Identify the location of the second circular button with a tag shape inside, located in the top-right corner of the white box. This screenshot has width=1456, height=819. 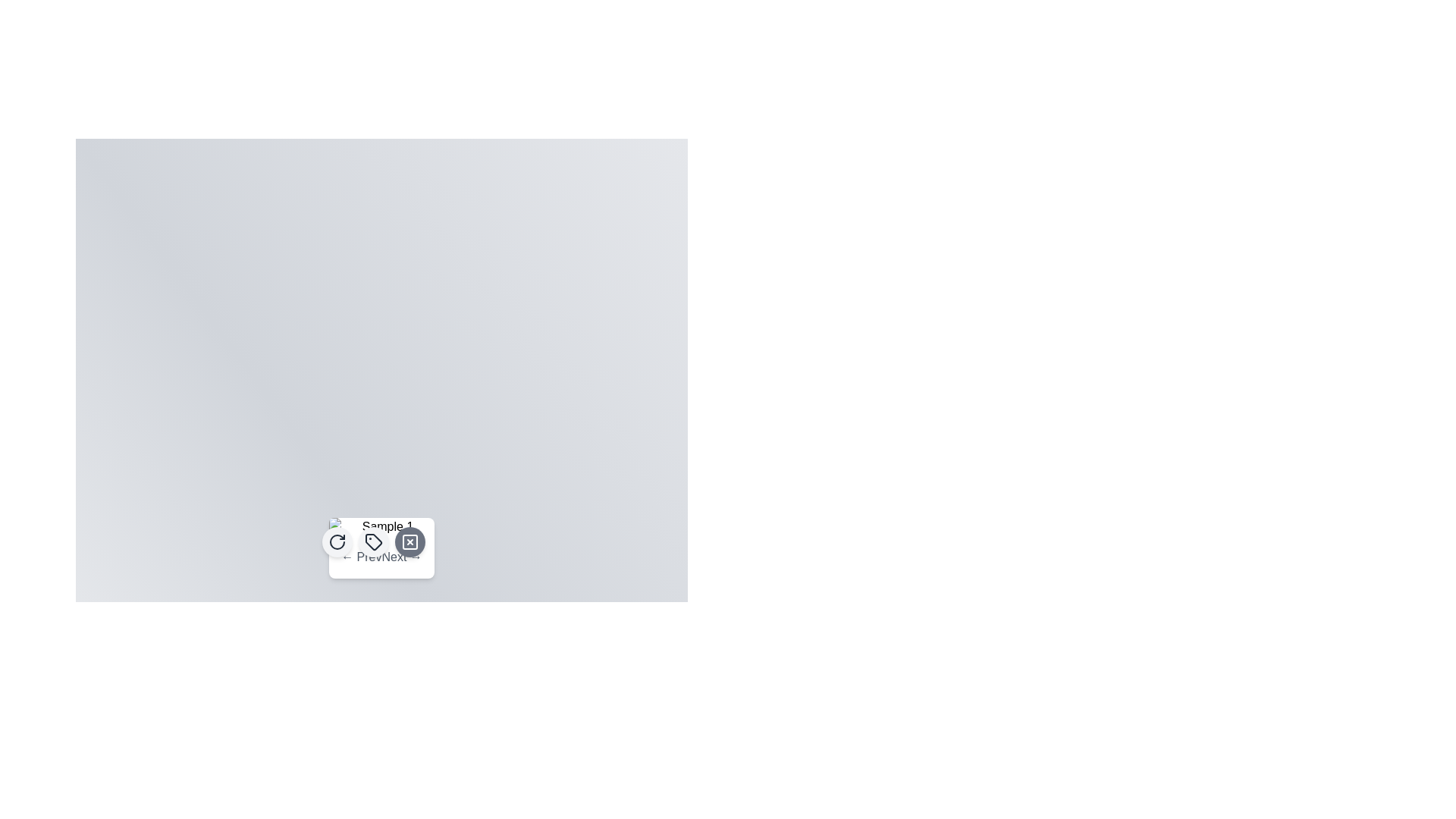
(373, 541).